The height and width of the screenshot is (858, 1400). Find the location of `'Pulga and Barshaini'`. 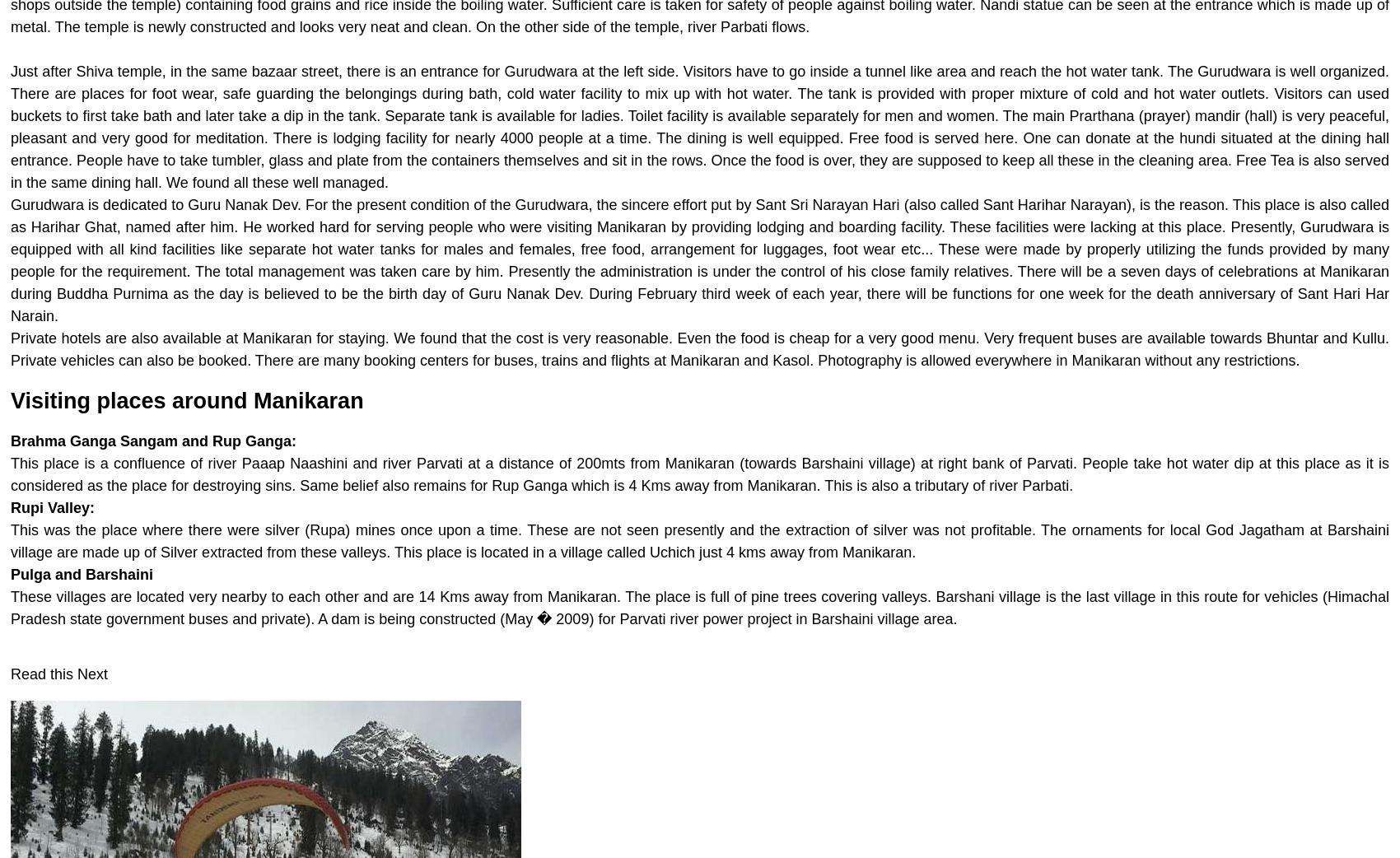

'Pulga and Barshaini' is located at coordinates (82, 574).